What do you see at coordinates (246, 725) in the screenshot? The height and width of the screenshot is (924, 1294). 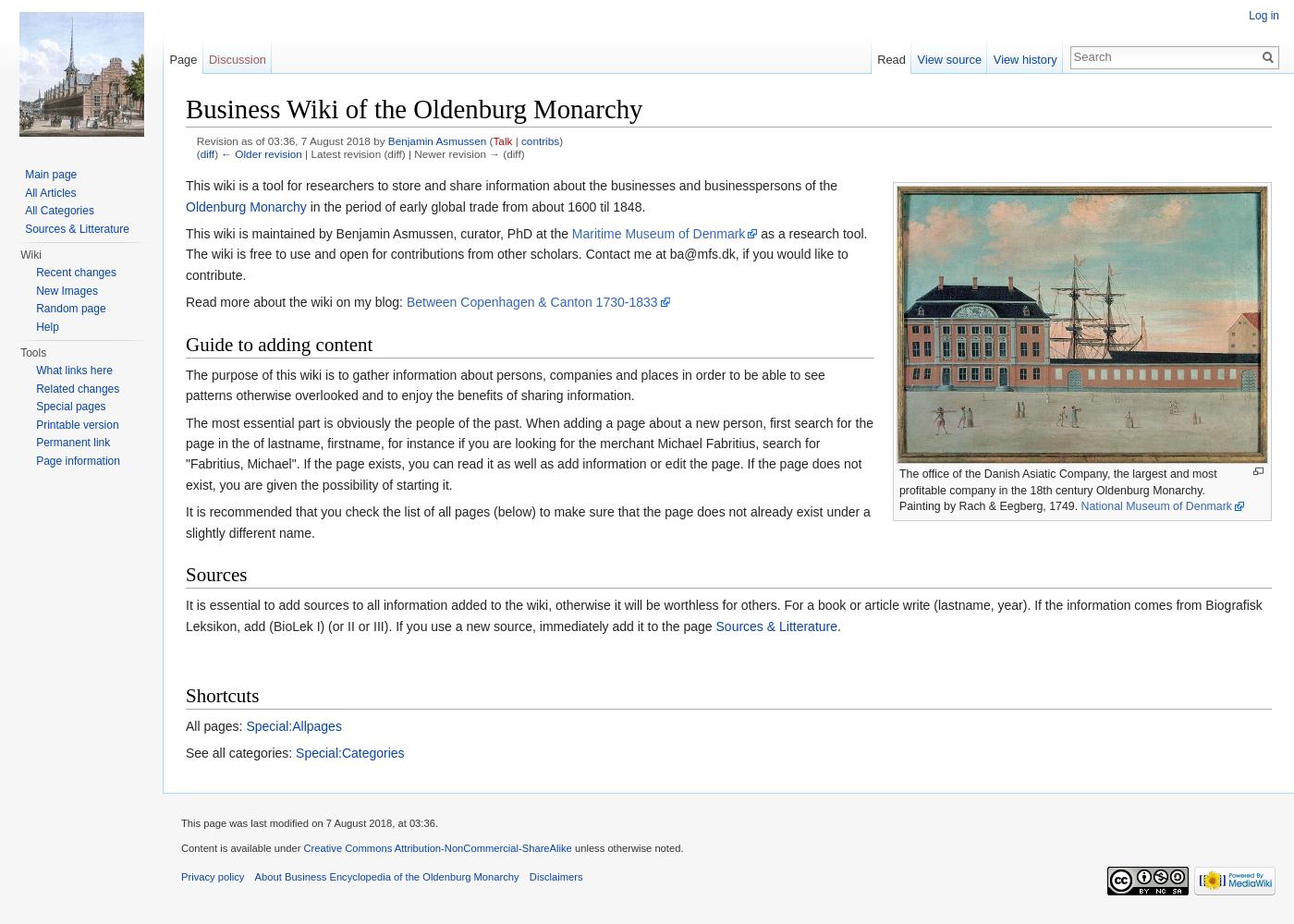 I see `'Special:Allpages'` at bounding box center [246, 725].